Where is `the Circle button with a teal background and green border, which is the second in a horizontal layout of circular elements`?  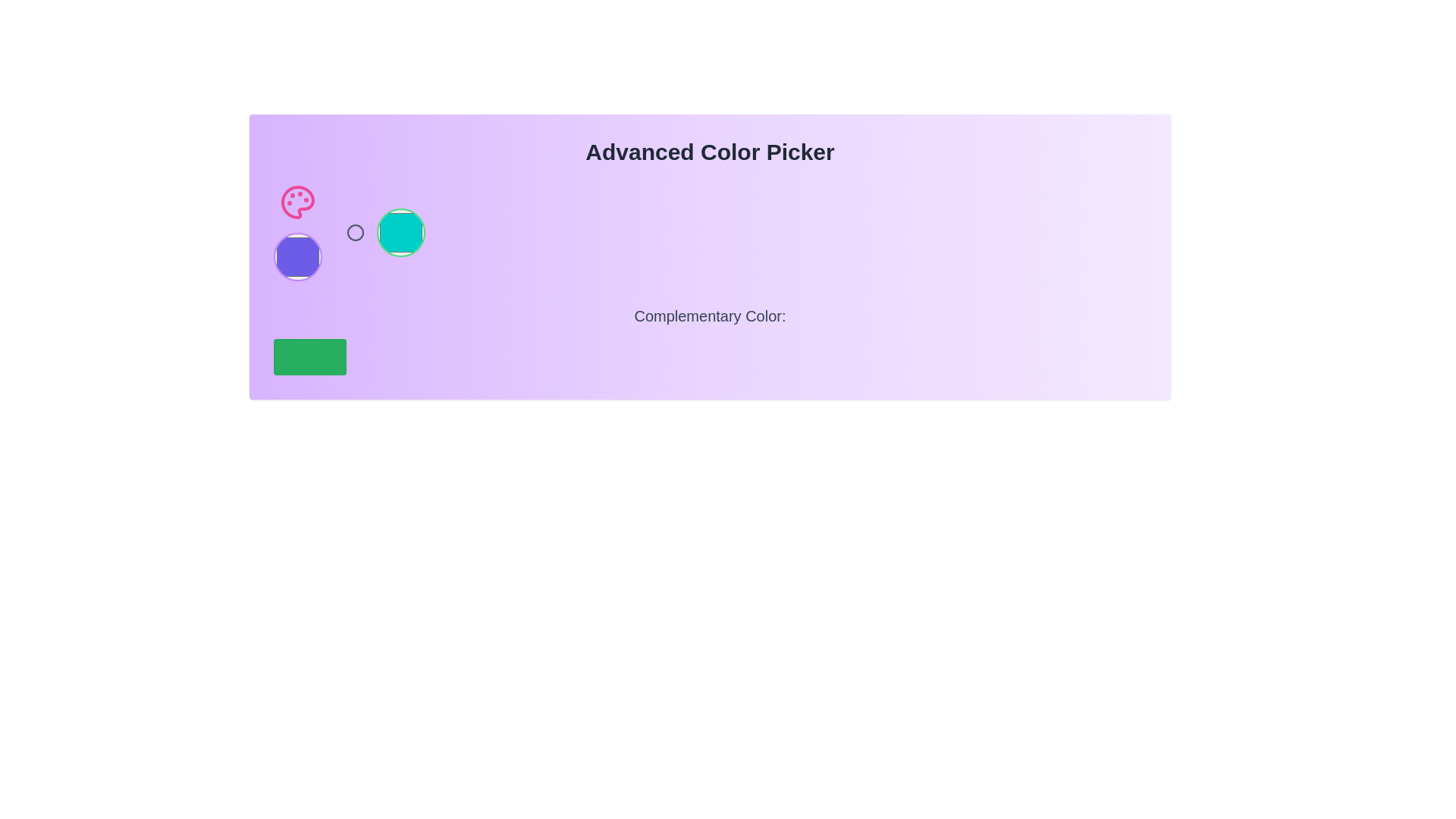
the Circle button with a teal background and green border, which is the second in a horizontal layout of circular elements is located at coordinates (385, 233).